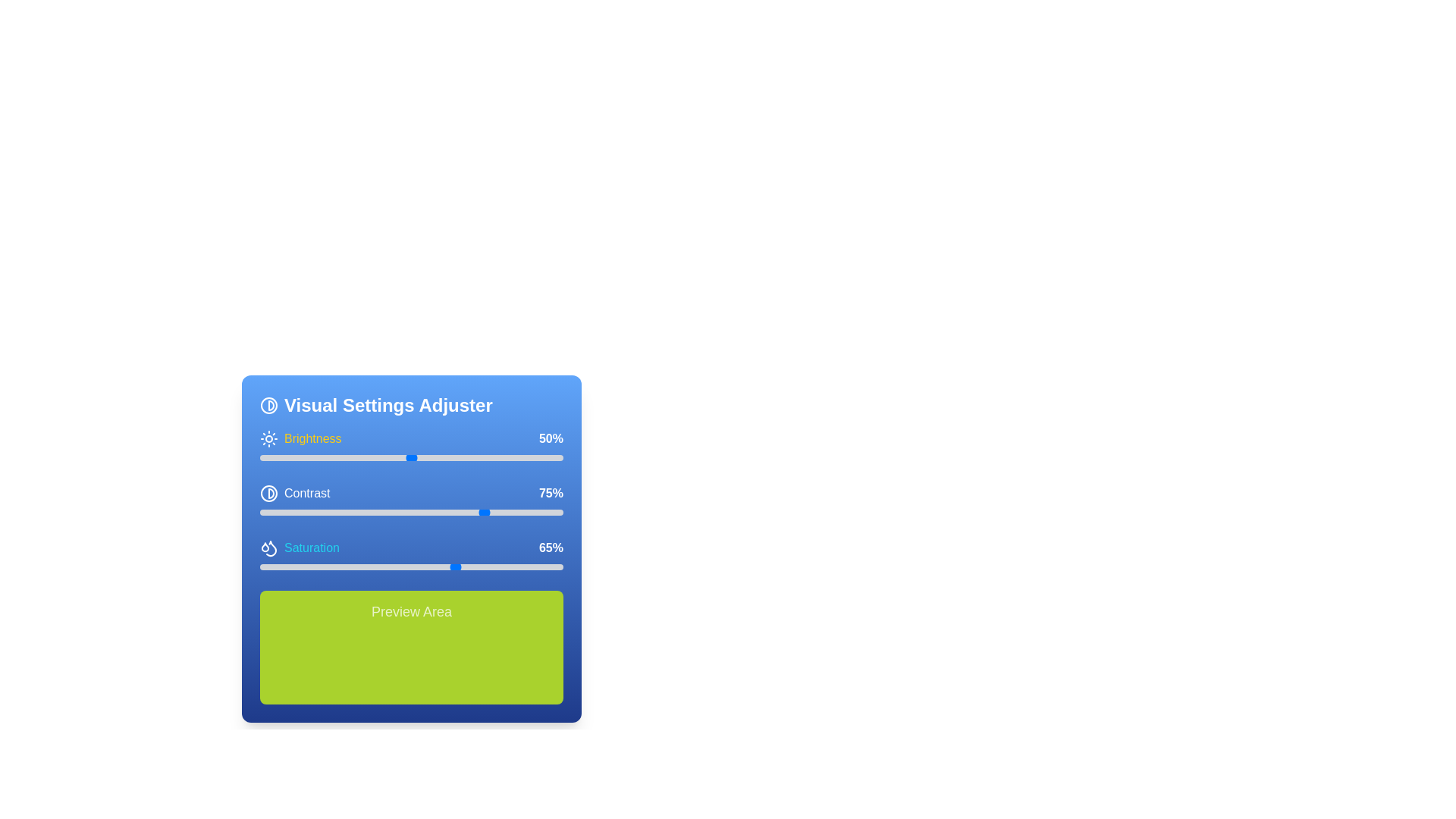 This screenshot has width=1456, height=819. Describe the element at coordinates (359, 567) in the screenshot. I see `saturation` at that location.